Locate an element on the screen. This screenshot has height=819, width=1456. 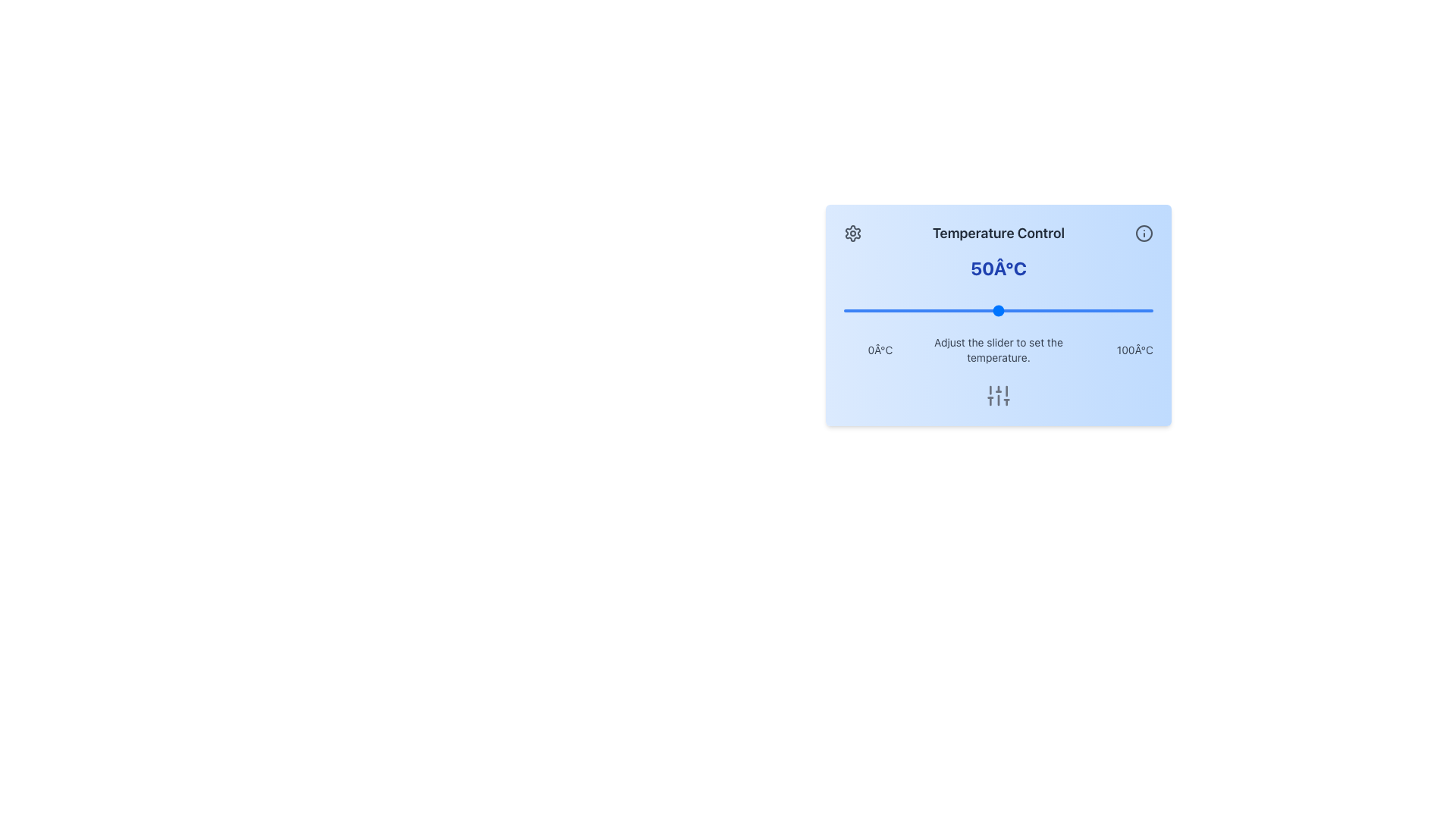
the temperature is located at coordinates (1141, 309).